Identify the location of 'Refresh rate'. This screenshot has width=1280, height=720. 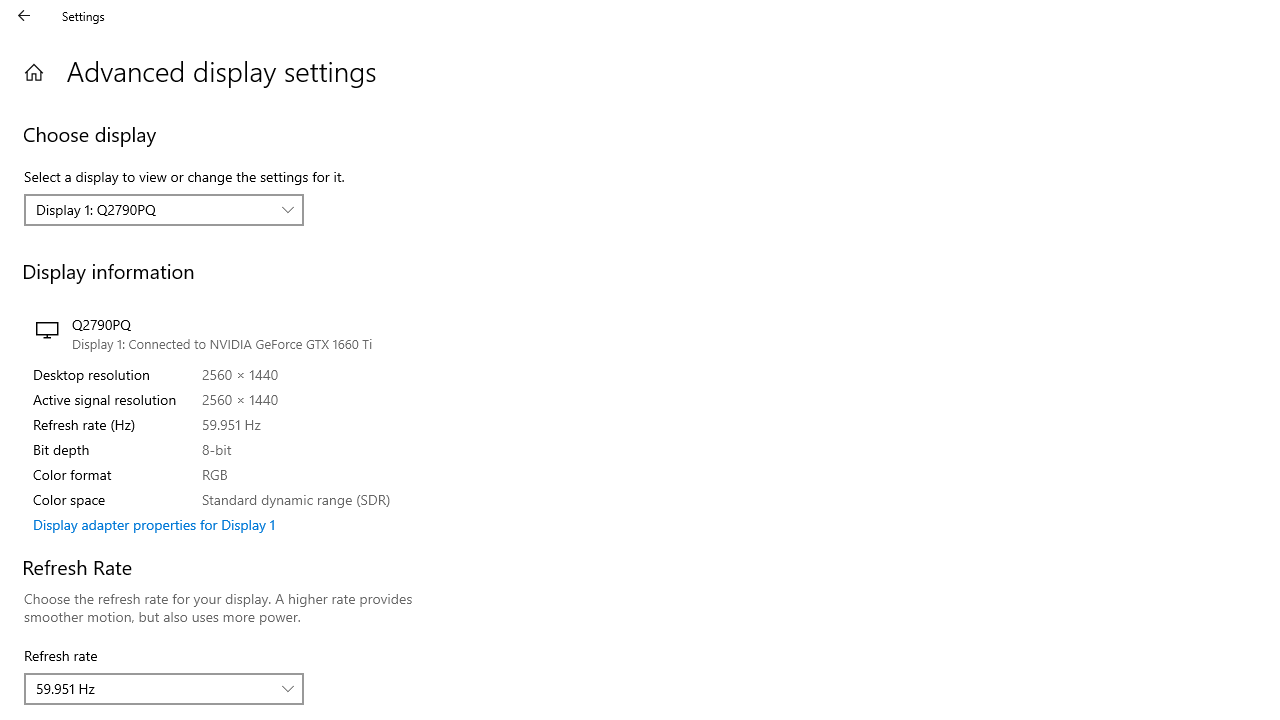
(164, 688).